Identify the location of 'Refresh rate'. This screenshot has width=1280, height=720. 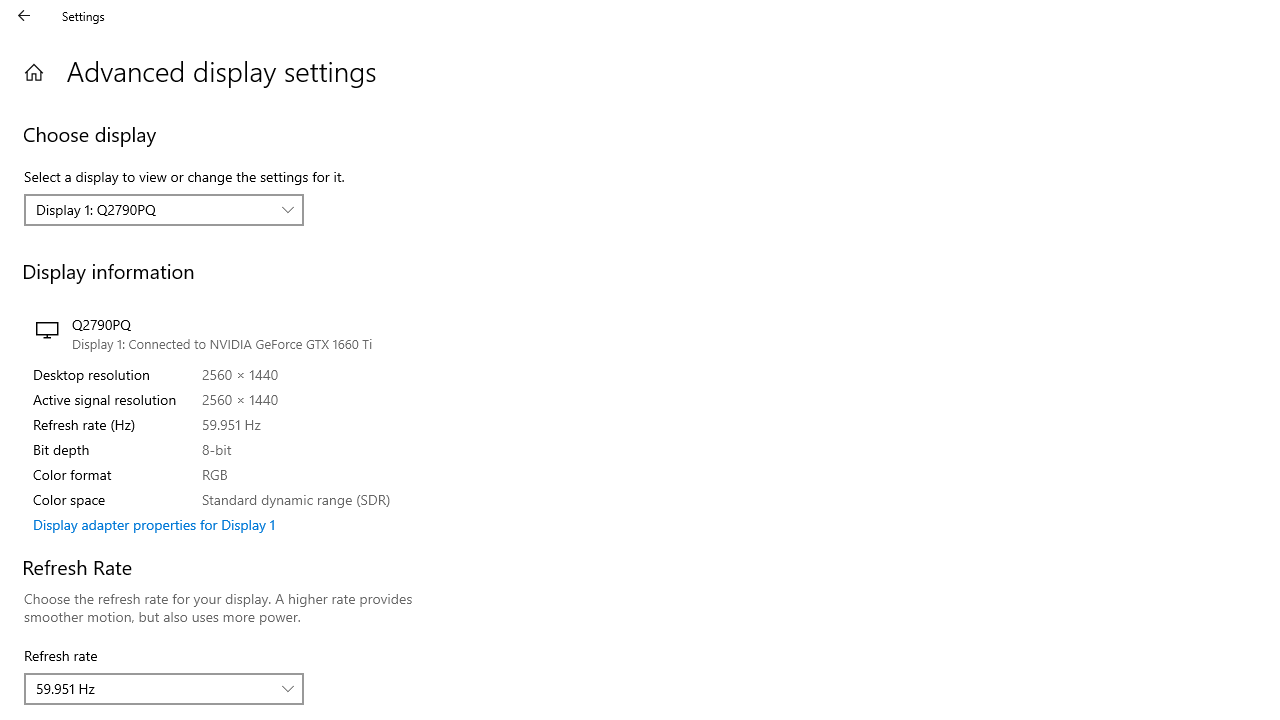
(164, 688).